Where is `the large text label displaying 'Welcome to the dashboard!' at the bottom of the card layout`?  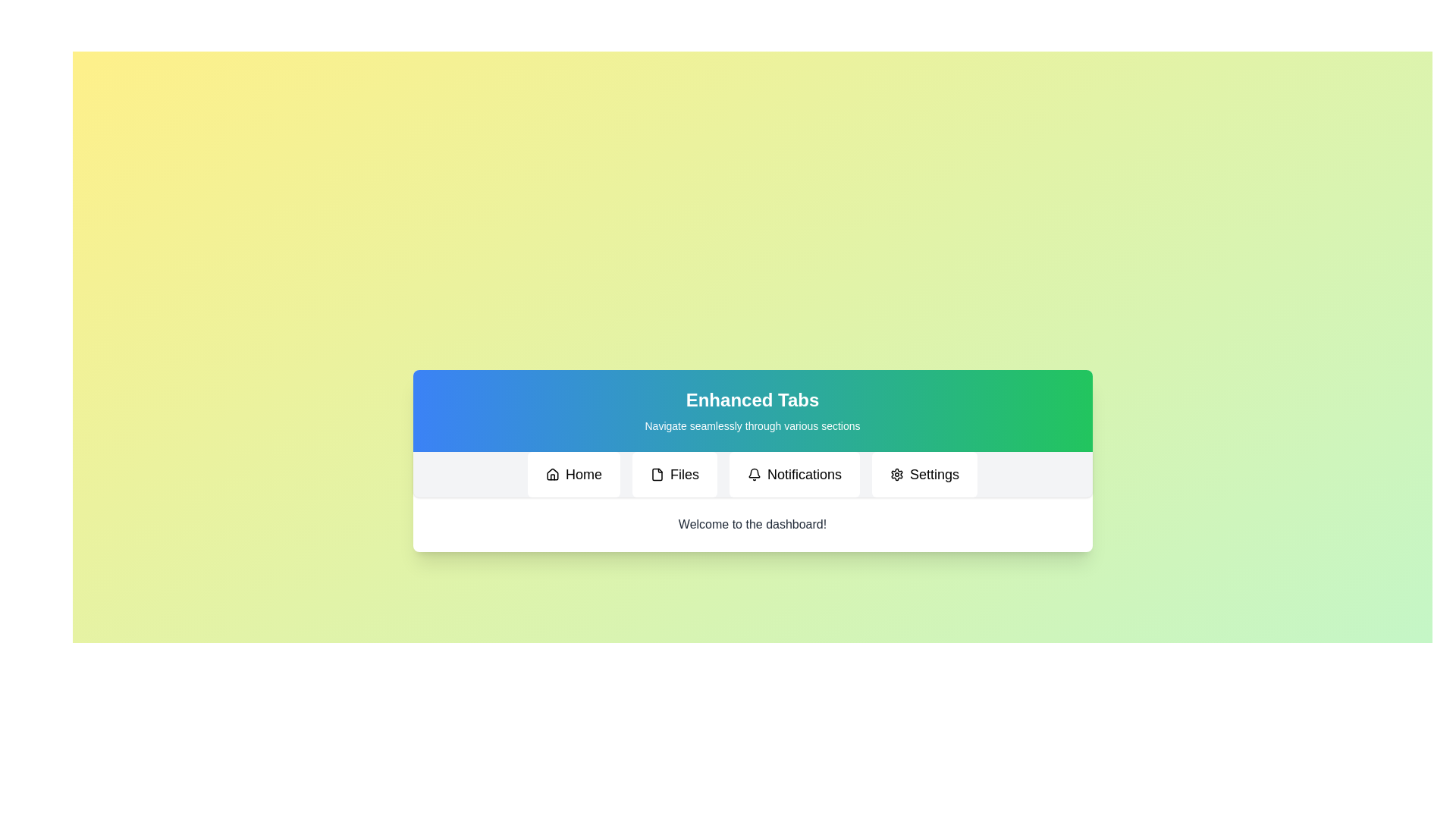 the large text label displaying 'Welcome to the dashboard!' at the bottom of the card layout is located at coordinates (752, 523).